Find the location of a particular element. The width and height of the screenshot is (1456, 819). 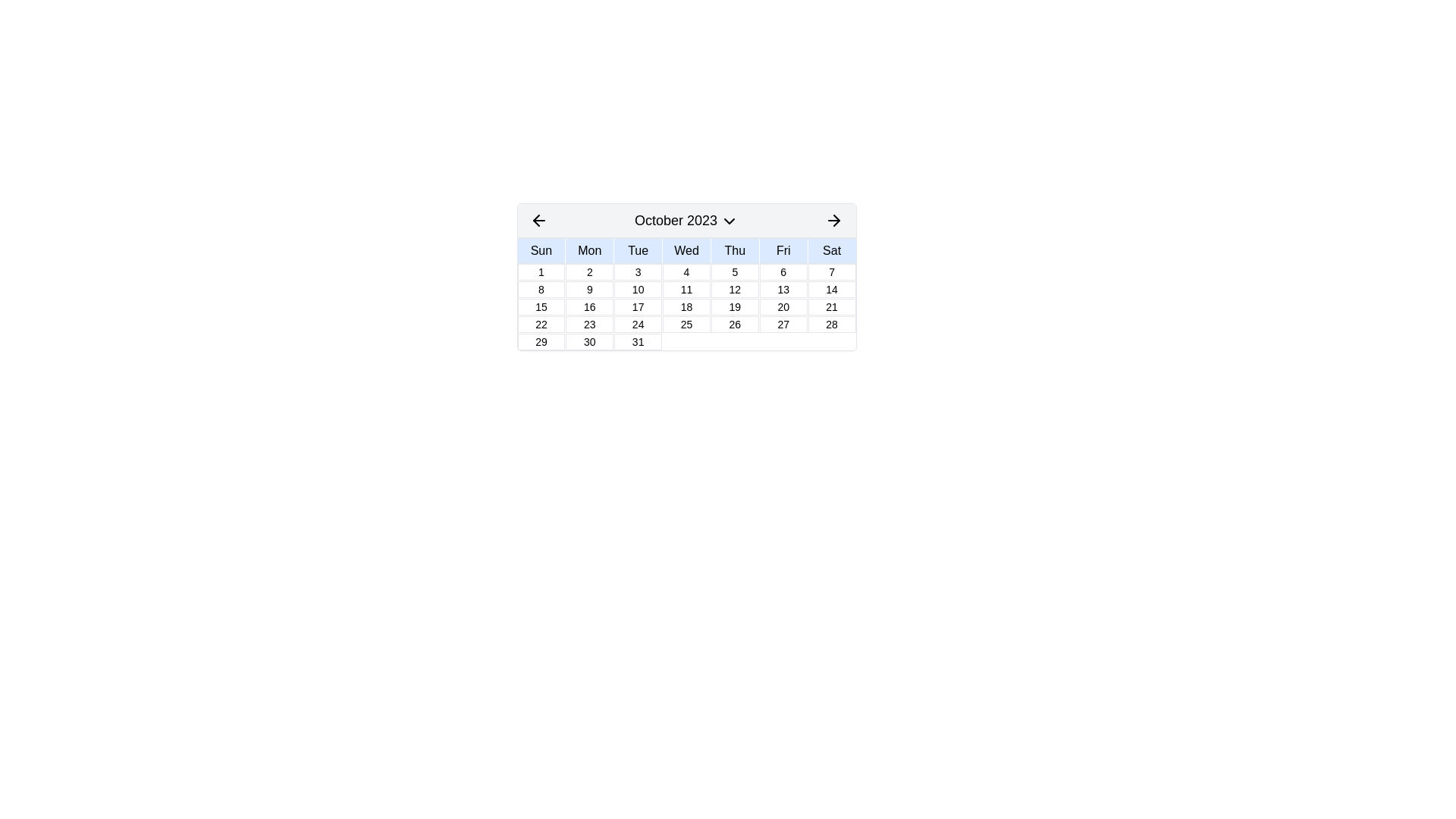

text 'Thu' from the label displaying the day of the week in a calendar interface, which is the fifth cell in a horizontal row of day names is located at coordinates (735, 250).